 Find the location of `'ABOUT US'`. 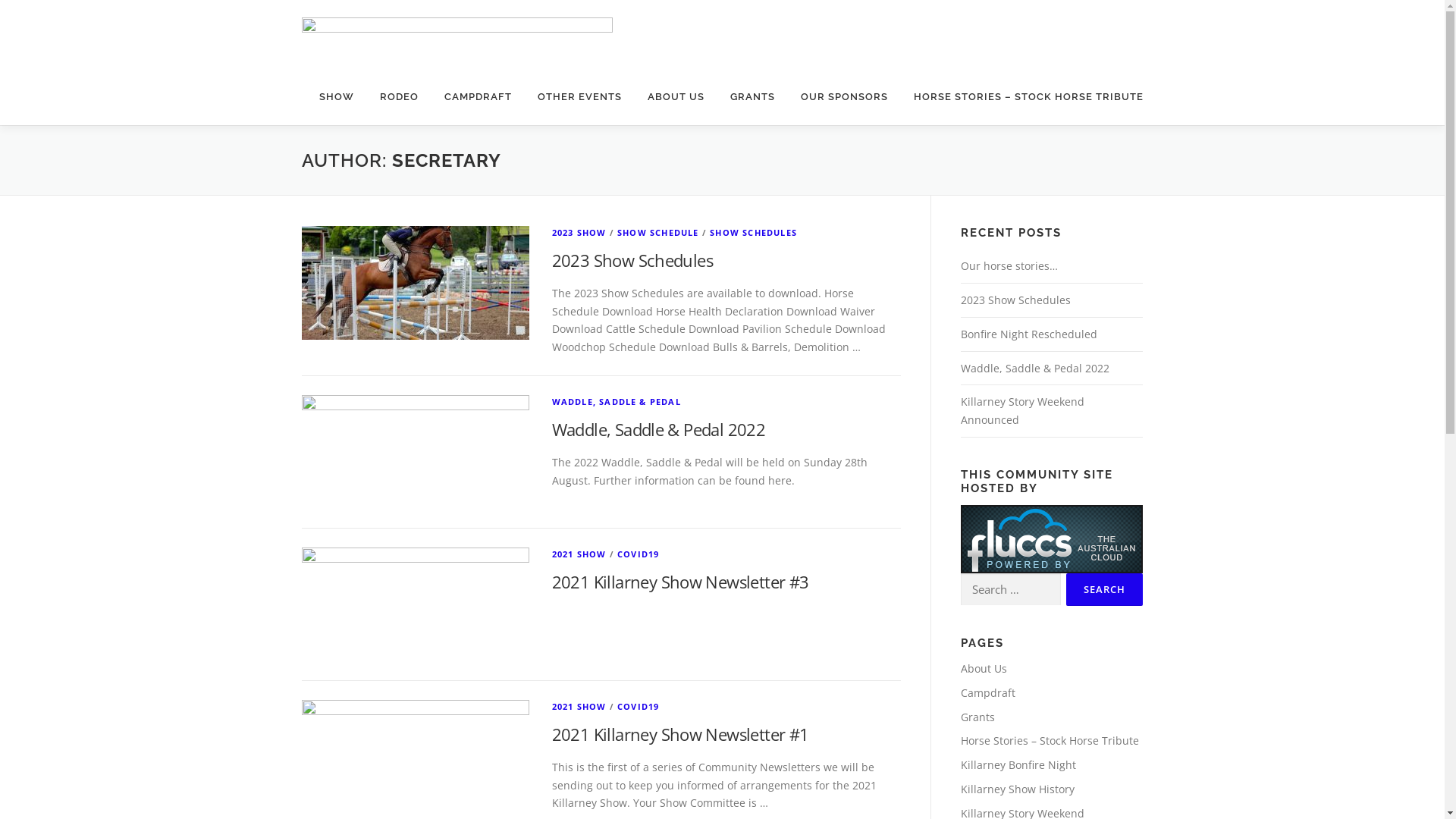

'ABOUT US' is located at coordinates (674, 96).